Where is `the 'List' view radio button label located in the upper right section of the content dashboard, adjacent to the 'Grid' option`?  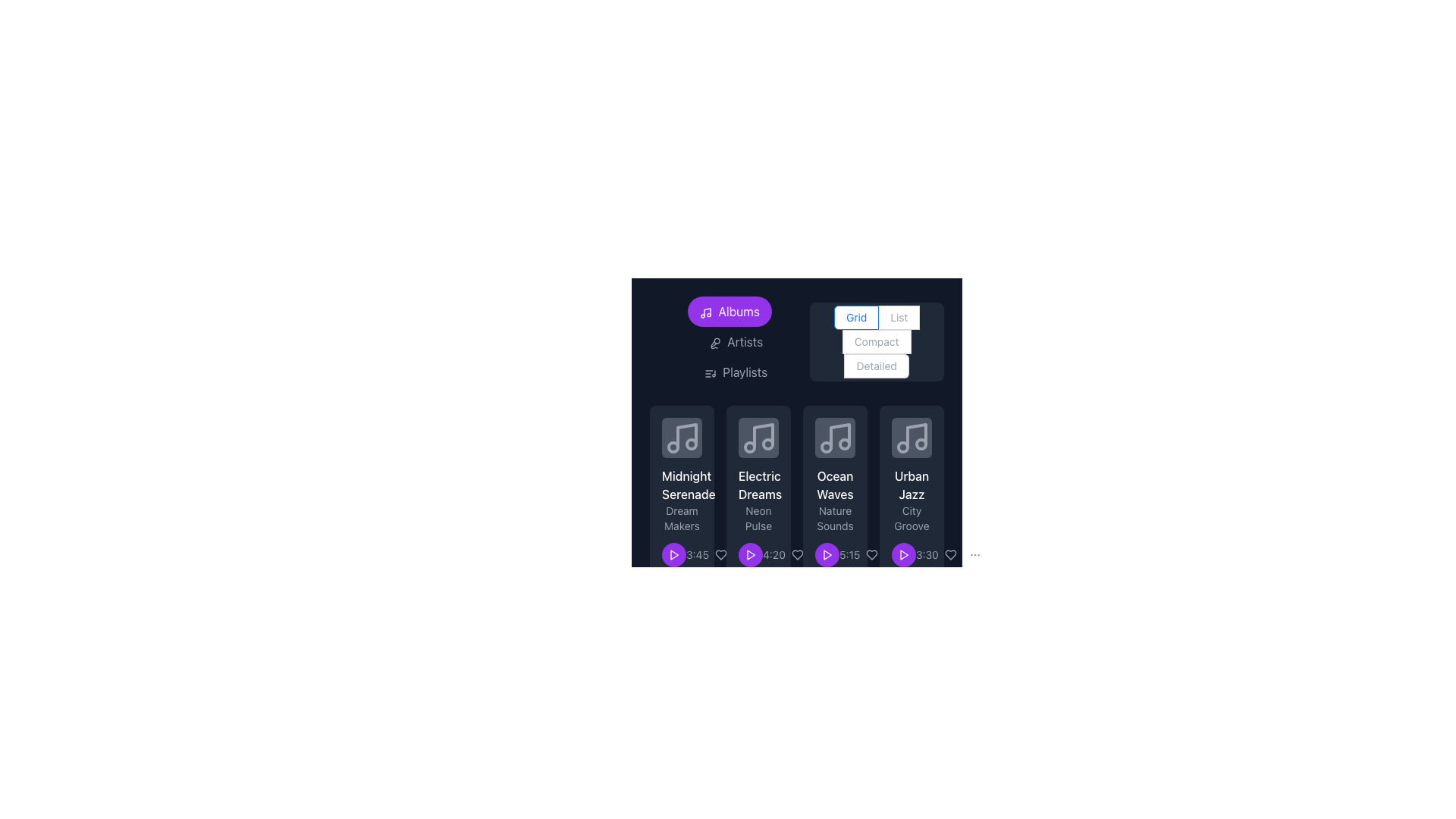
the 'List' view radio button label located in the upper right section of the content dashboard, adjacent to the 'Grid' option is located at coordinates (899, 316).